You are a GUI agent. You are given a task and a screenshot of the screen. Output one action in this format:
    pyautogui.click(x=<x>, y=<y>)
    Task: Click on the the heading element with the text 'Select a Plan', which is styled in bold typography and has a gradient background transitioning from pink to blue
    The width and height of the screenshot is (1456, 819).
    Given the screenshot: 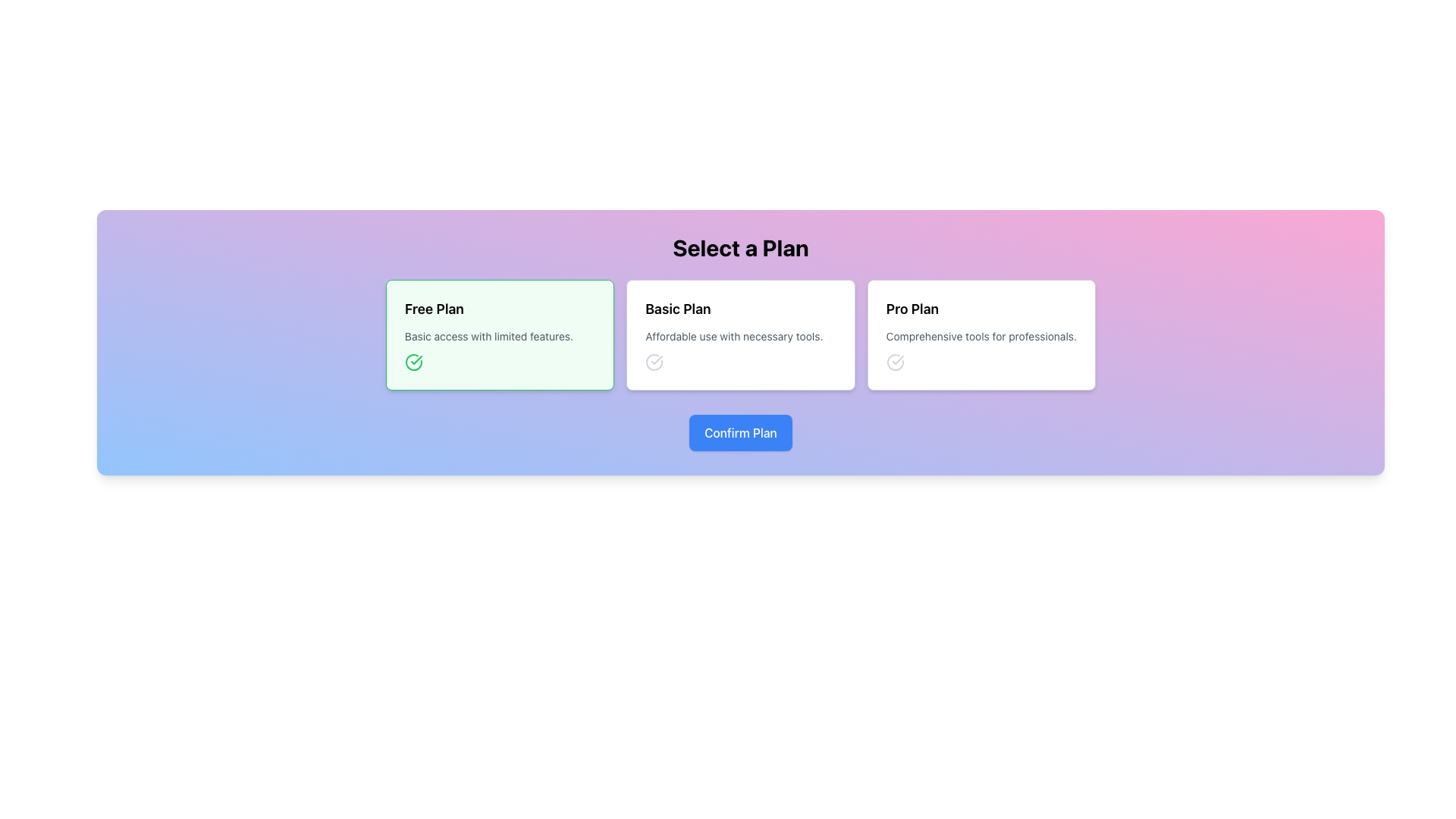 What is the action you would take?
    pyautogui.click(x=741, y=247)
    